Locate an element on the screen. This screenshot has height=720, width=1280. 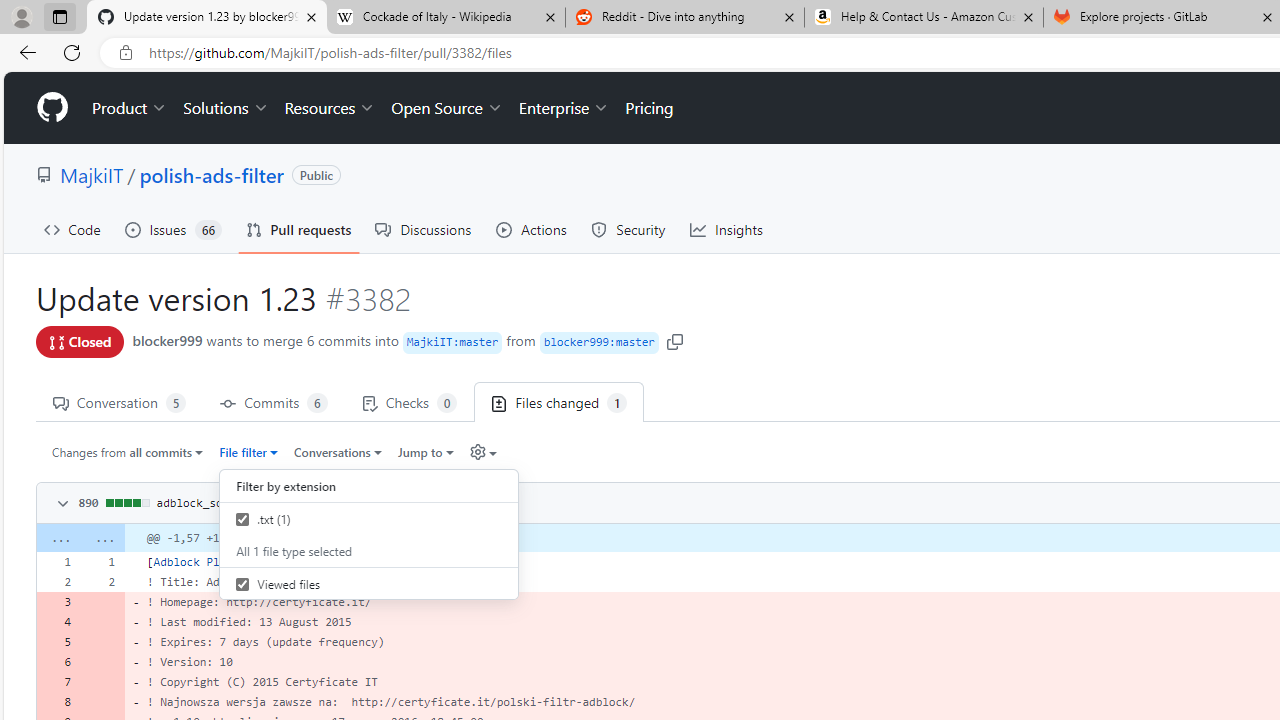
'All 1 file type selected' is located at coordinates (369, 551).